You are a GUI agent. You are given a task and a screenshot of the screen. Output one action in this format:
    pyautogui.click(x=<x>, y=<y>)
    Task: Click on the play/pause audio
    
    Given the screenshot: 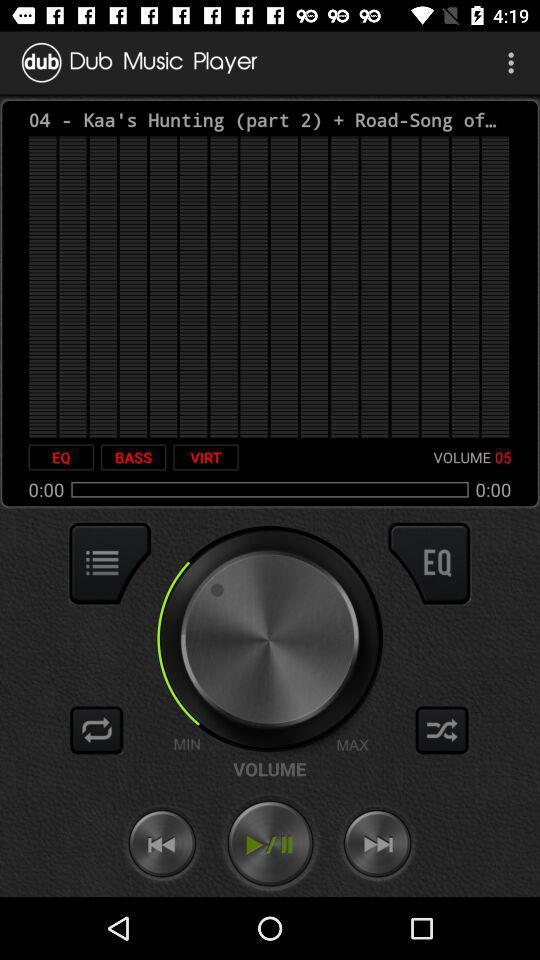 What is the action you would take?
    pyautogui.click(x=270, y=843)
    